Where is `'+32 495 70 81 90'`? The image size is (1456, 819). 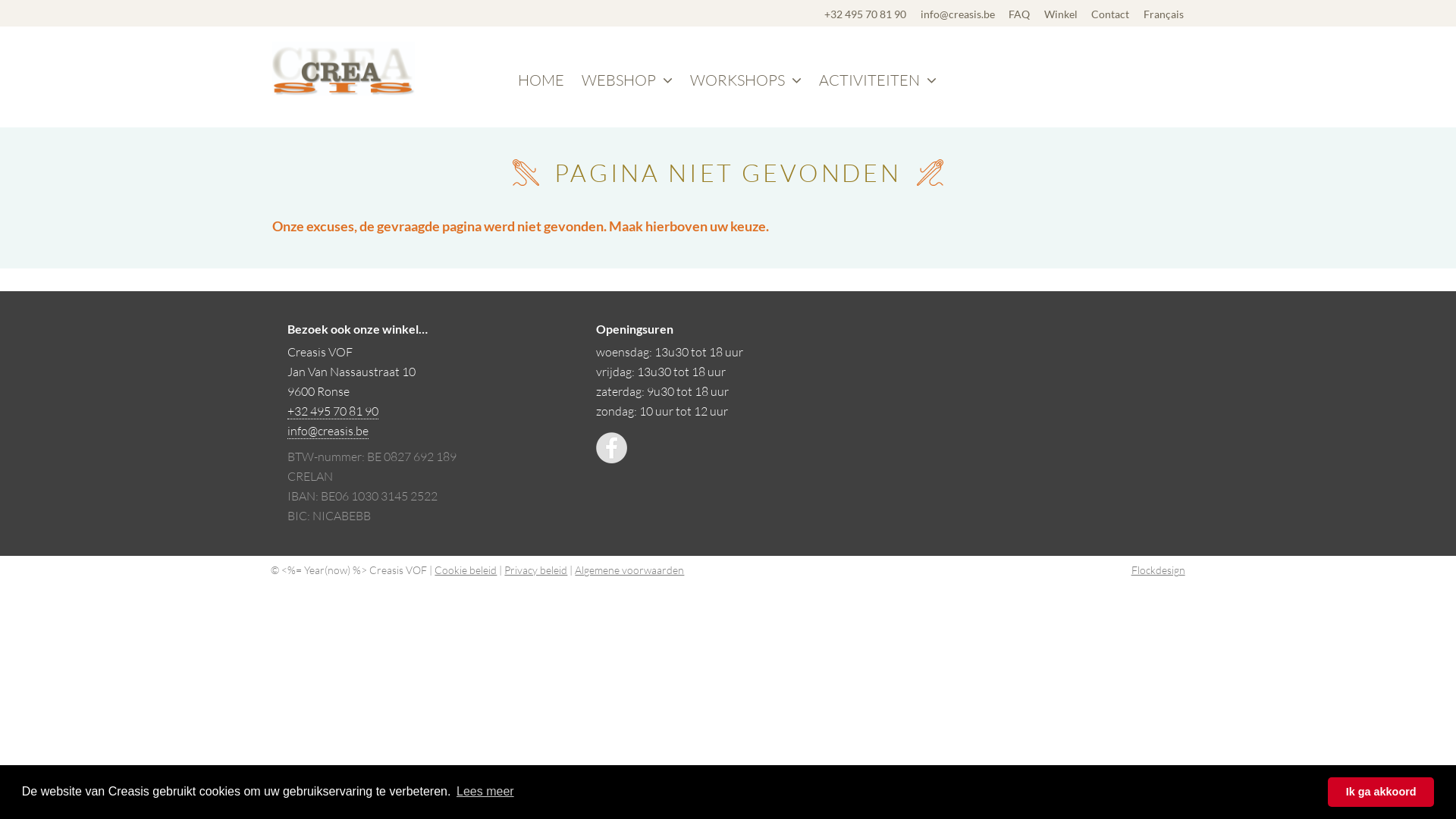
'+32 495 70 81 90' is located at coordinates (331, 411).